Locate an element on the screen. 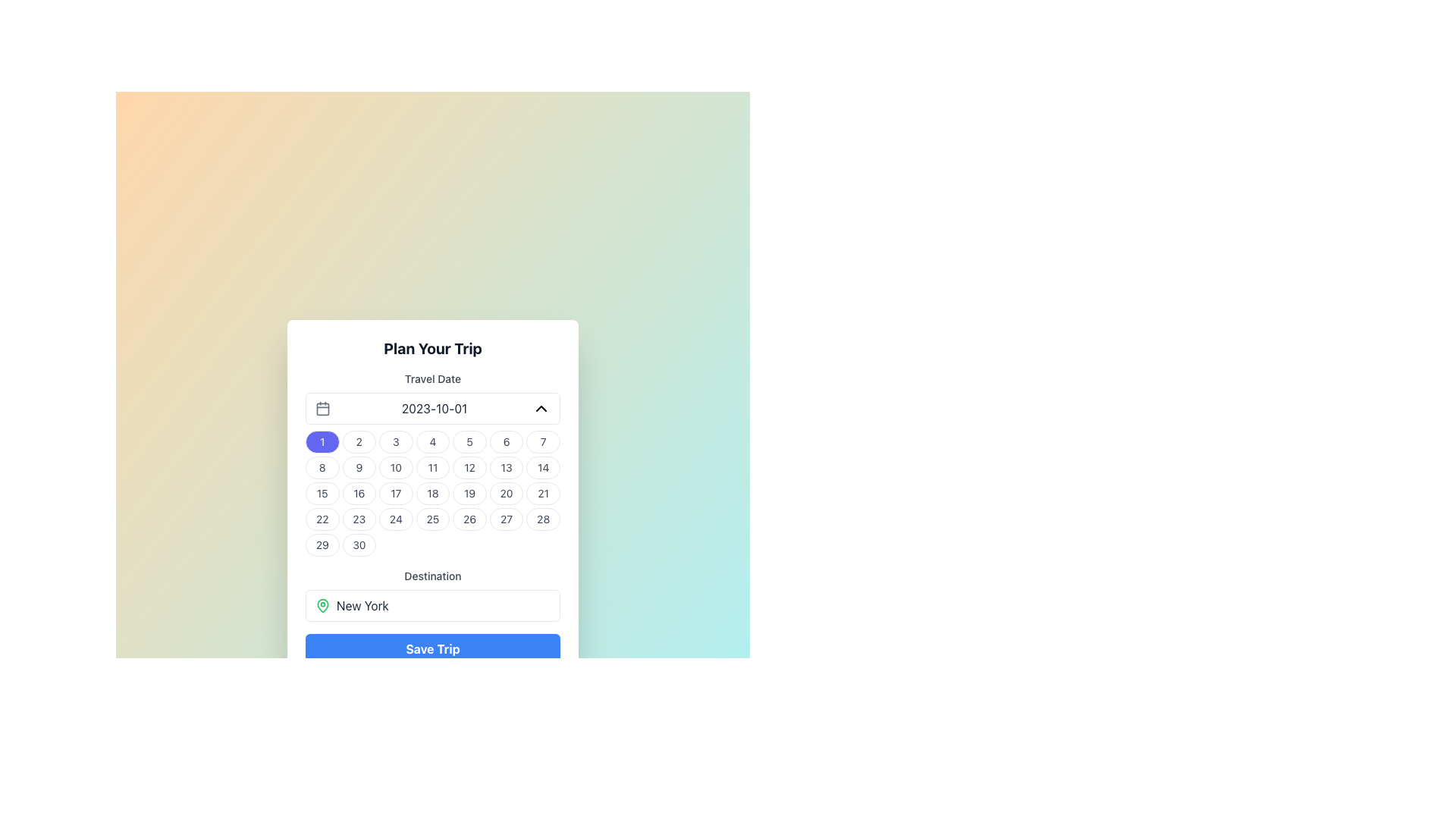 Image resolution: width=1456 pixels, height=819 pixels. the Text label that indicates the input field for specifying the destination, which is centrally located in the form layout, directly below the 'Travel Date' section is located at coordinates (432, 576).